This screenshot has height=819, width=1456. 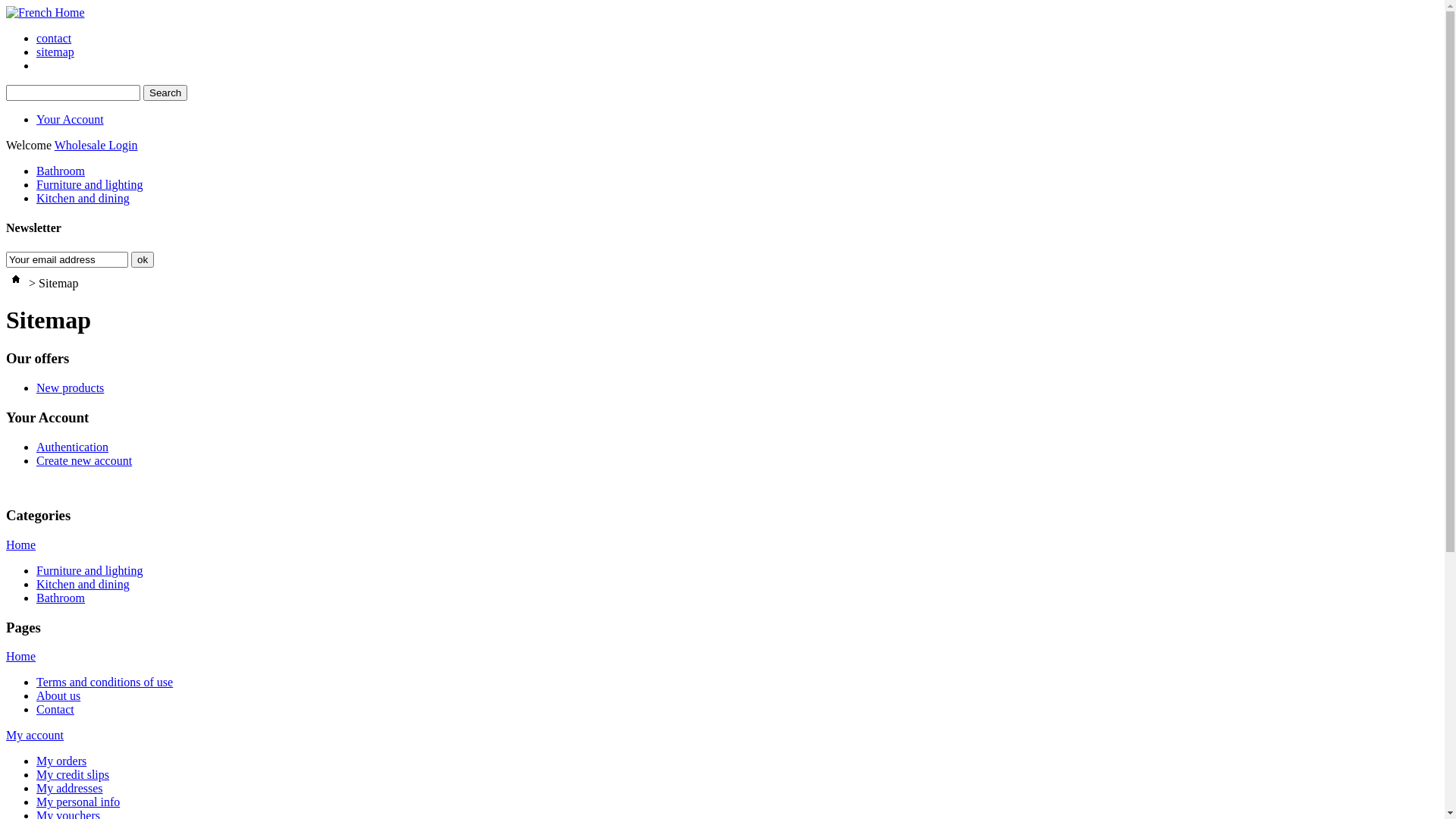 What do you see at coordinates (36, 681) in the screenshot?
I see `'Terms and conditions of use'` at bounding box center [36, 681].